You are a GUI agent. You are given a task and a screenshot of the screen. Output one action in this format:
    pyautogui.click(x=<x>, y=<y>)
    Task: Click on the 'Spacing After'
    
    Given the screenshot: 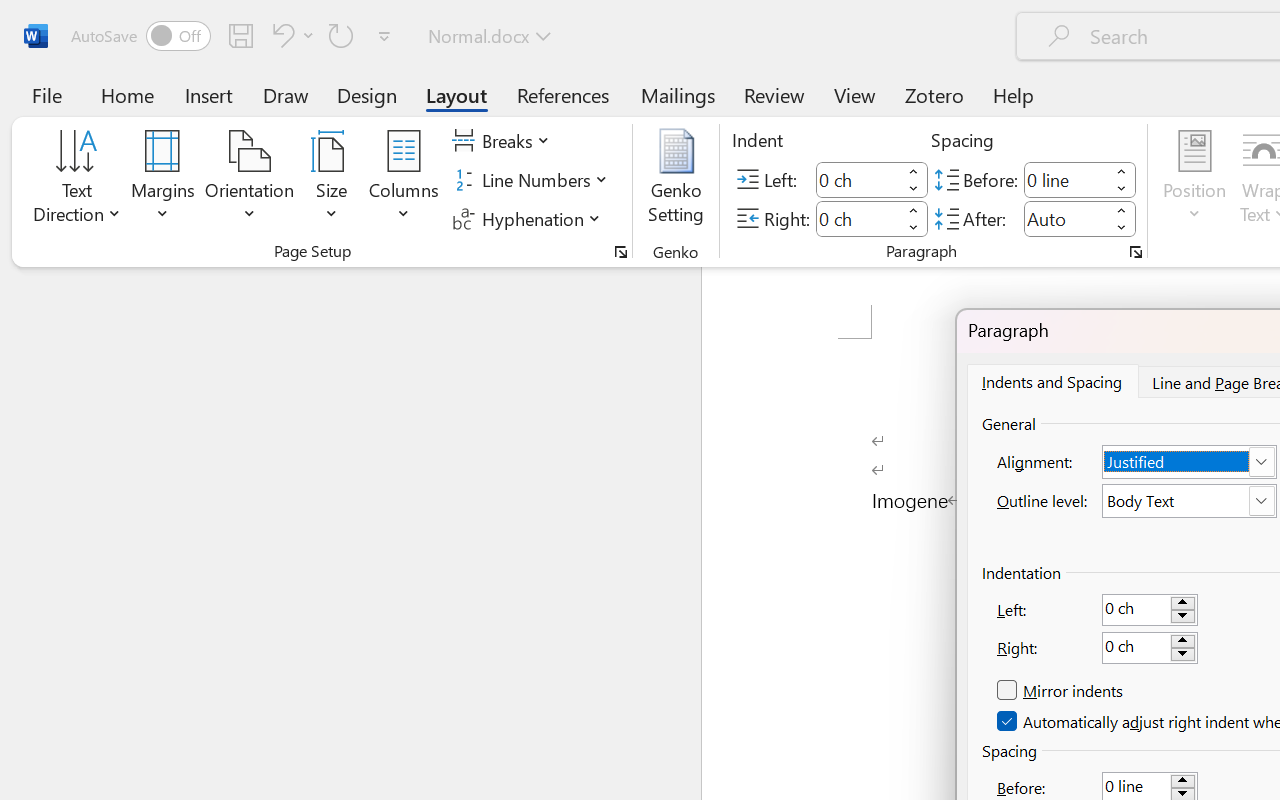 What is the action you would take?
    pyautogui.click(x=1065, y=218)
    